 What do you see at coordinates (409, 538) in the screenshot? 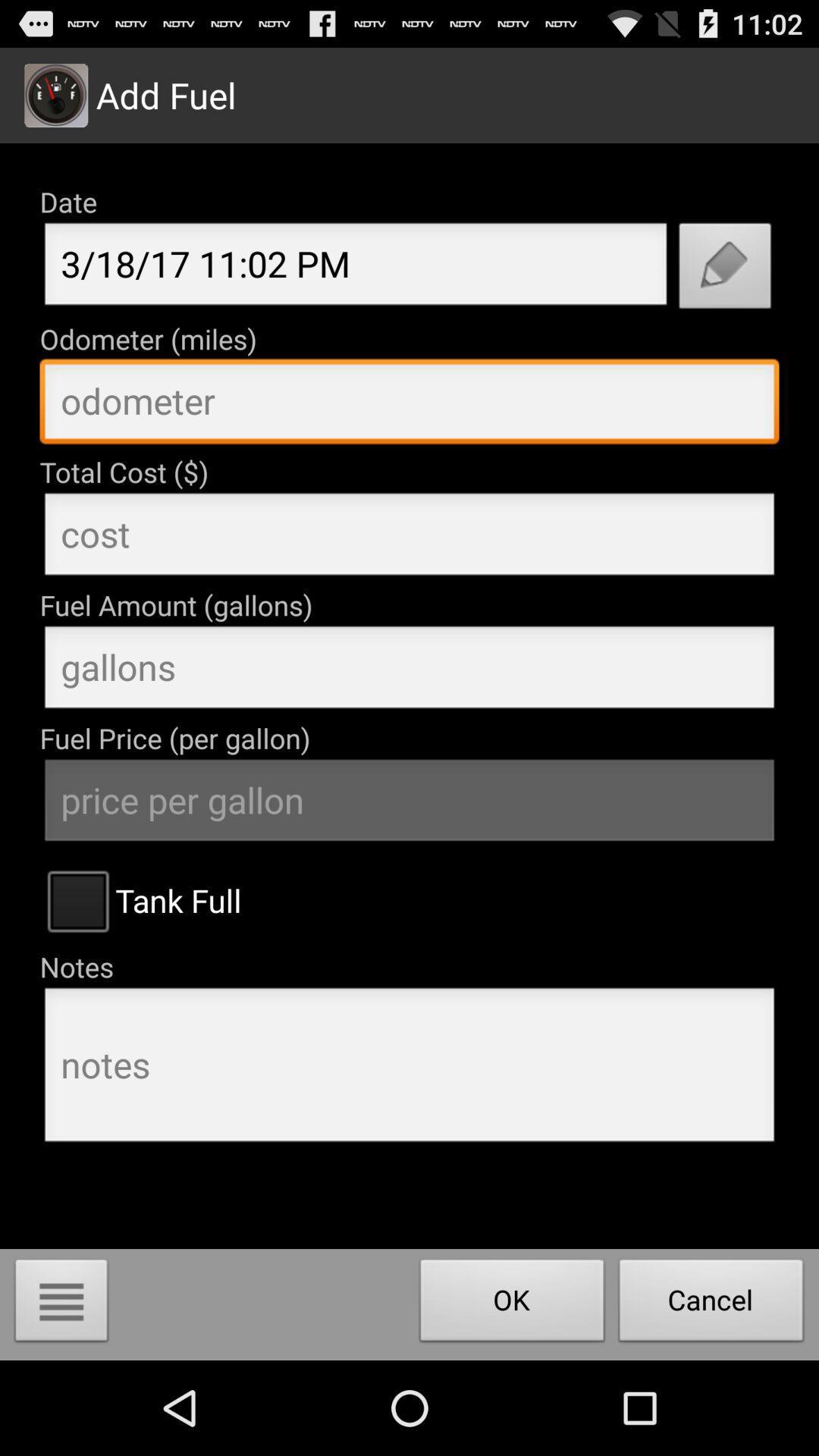
I see `total cost in dollars` at bounding box center [409, 538].